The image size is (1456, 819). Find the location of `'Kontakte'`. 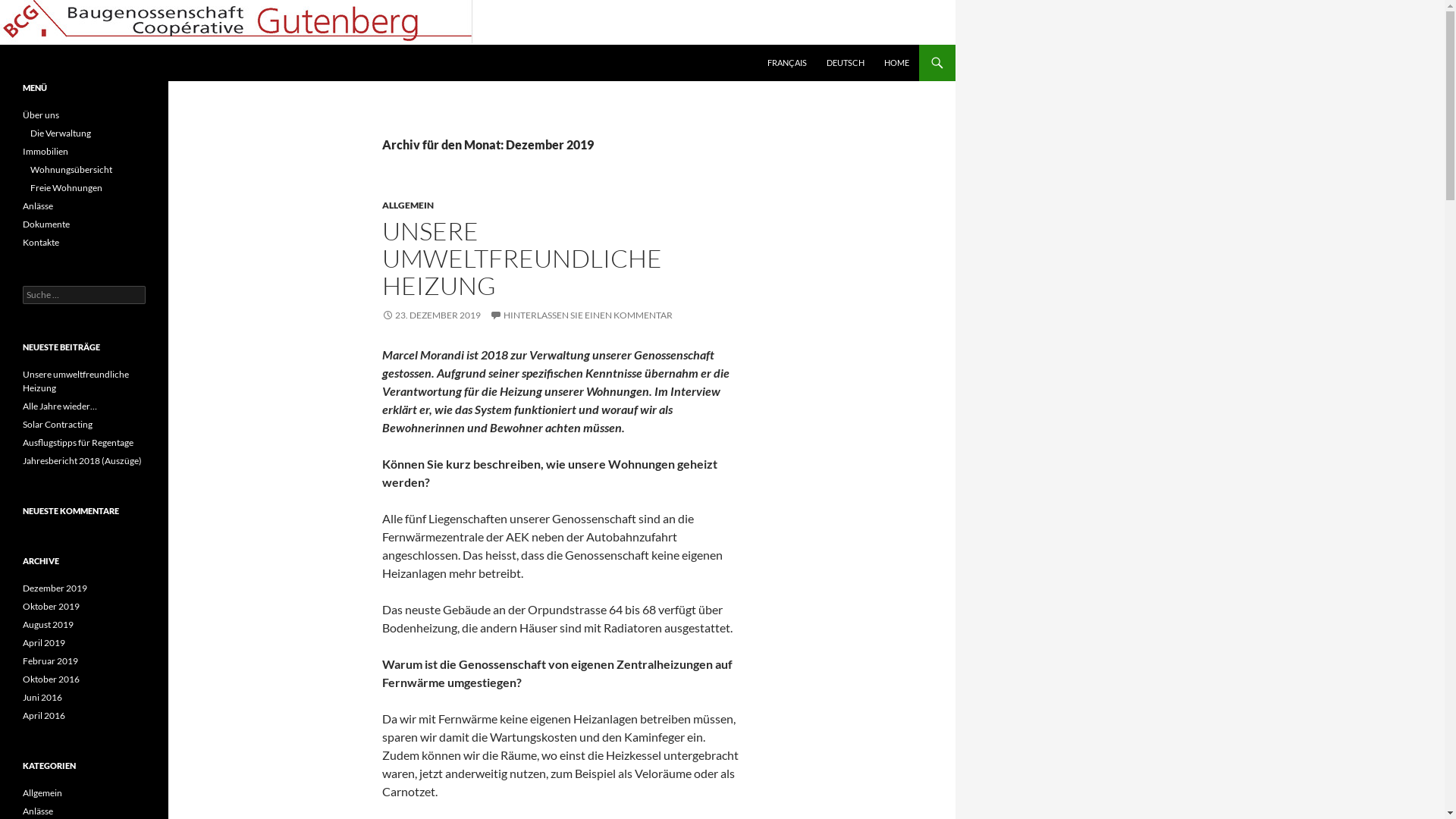

'Kontakte' is located at coordinates (40, 241).